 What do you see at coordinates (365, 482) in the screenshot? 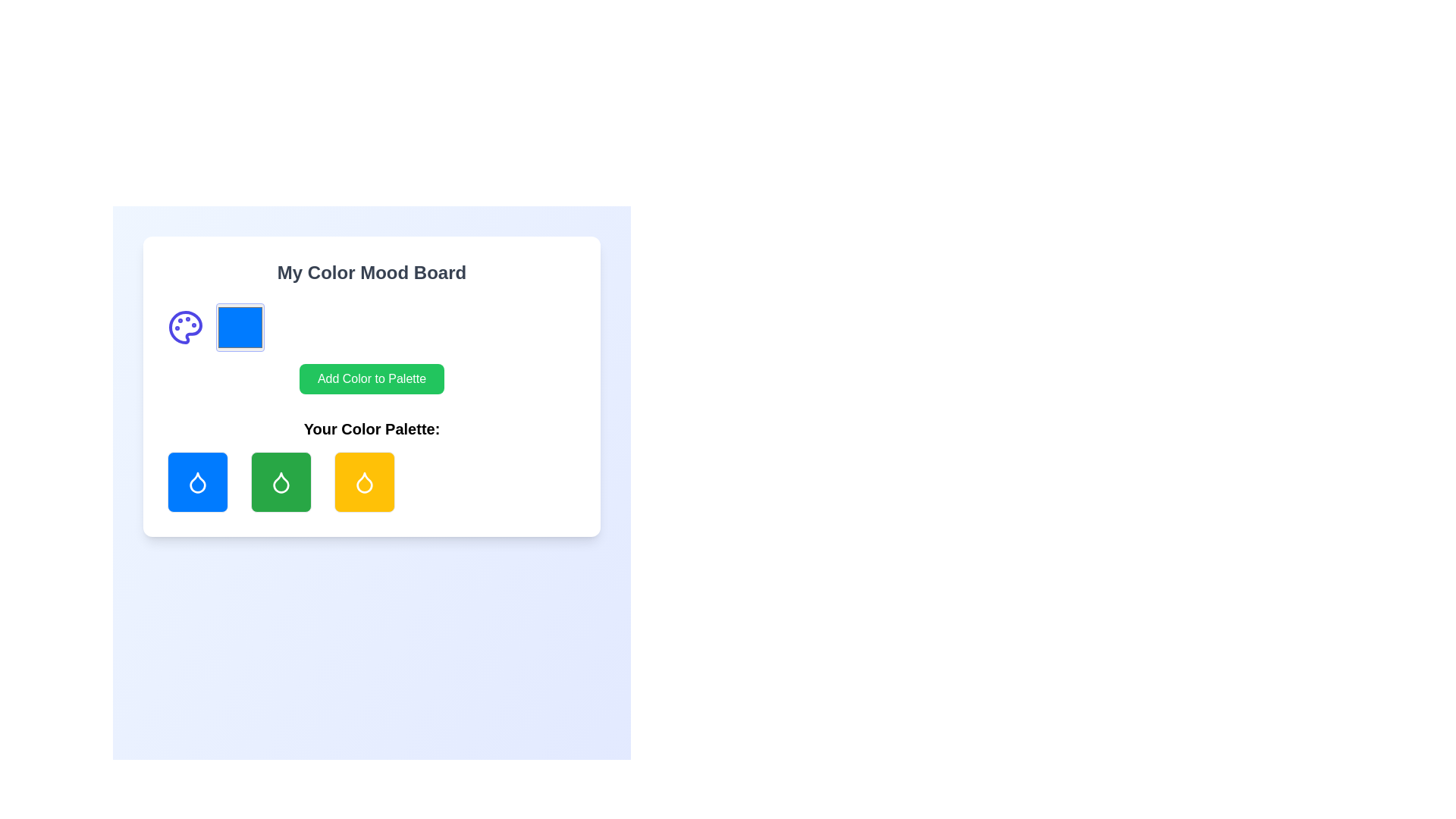
I see `the yellow square button with a white water droplet icon at its center, located in the 'Your Color Palette' section` at bounding box center [365, 482].